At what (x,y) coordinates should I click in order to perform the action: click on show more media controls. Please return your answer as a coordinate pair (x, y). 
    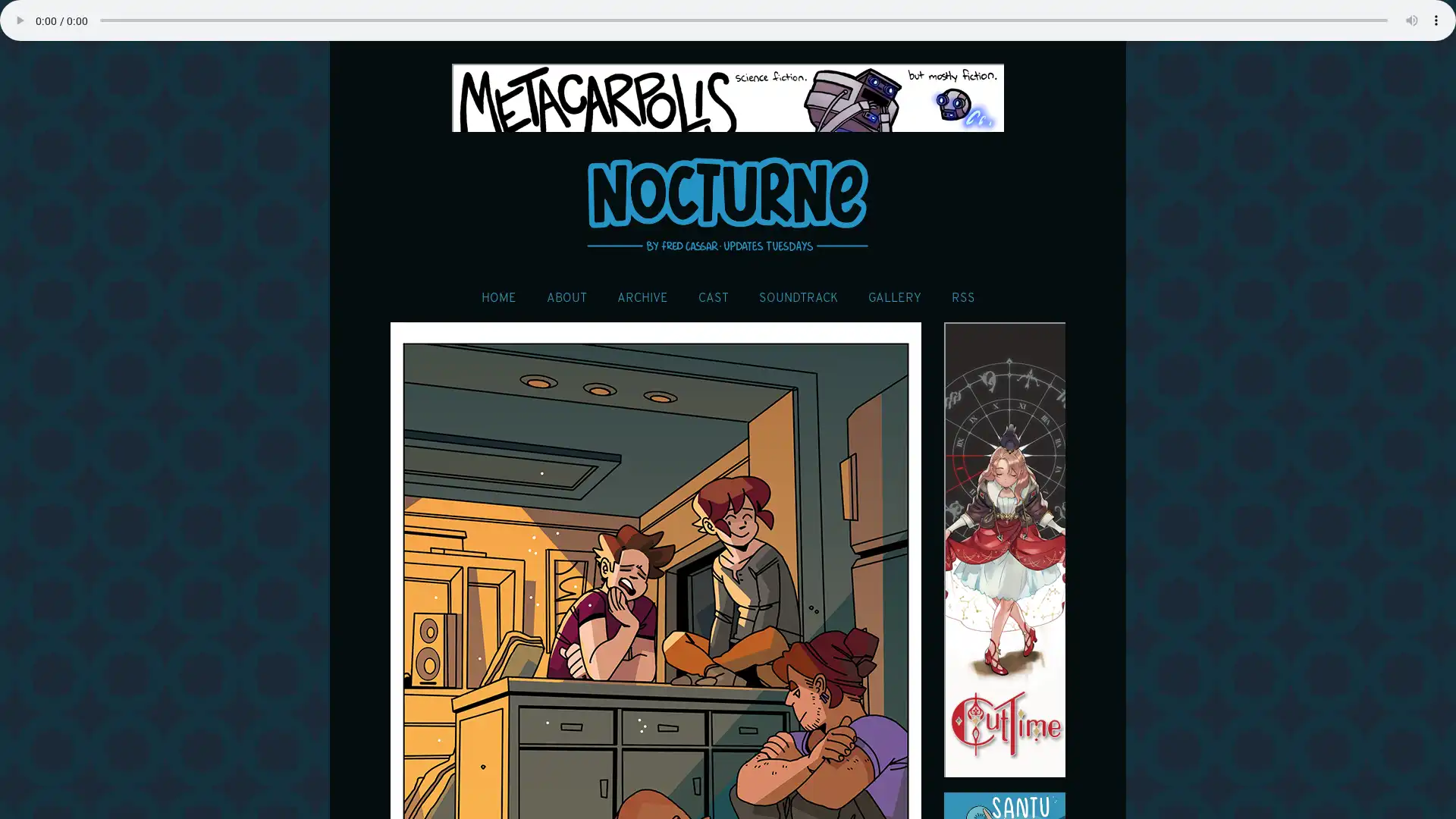
    Looking at the image, I should click on (1436, 20).